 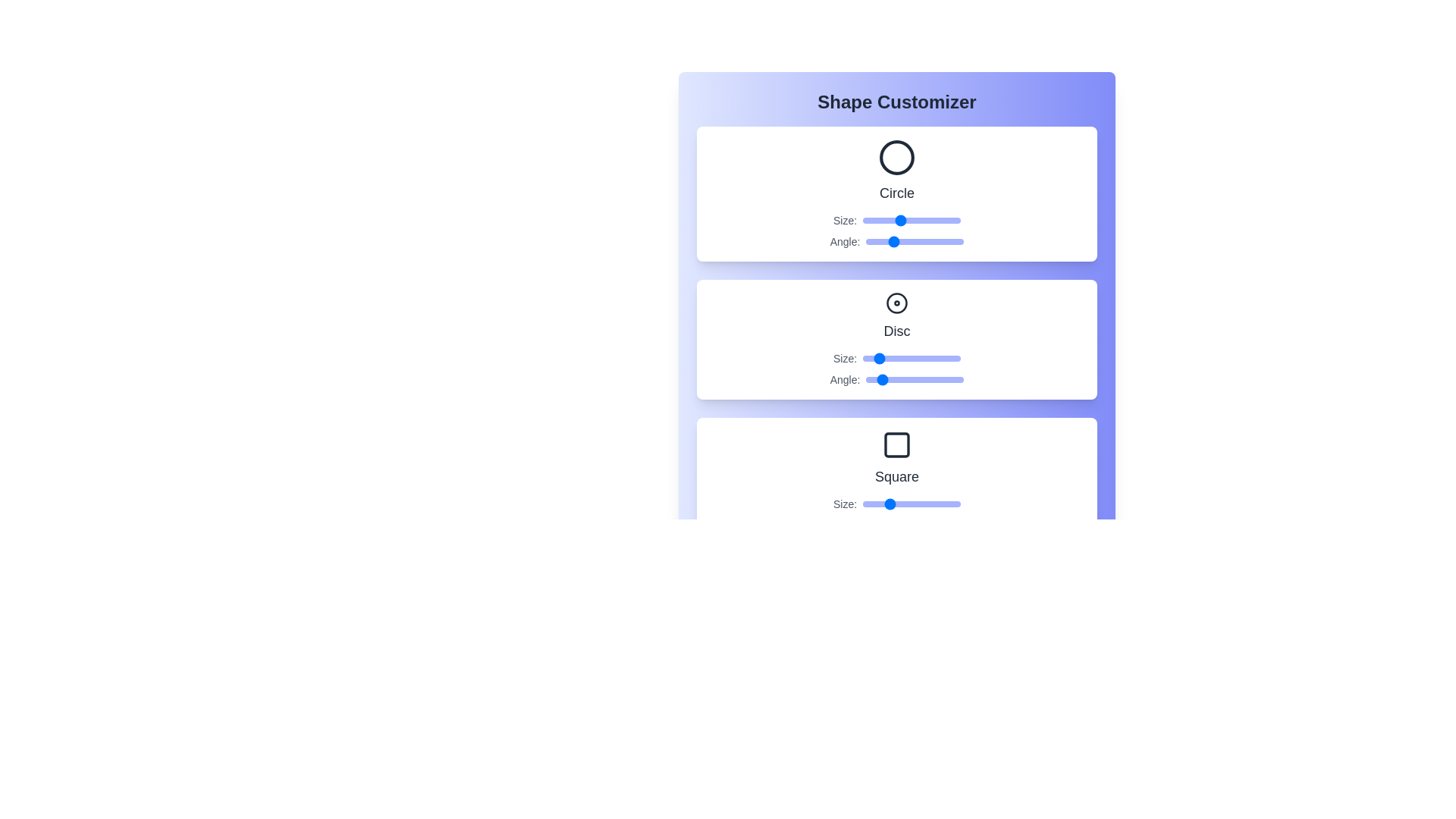 I want to click on the Circle's angle slider to 161 degrees, so click(x=910, y=241).